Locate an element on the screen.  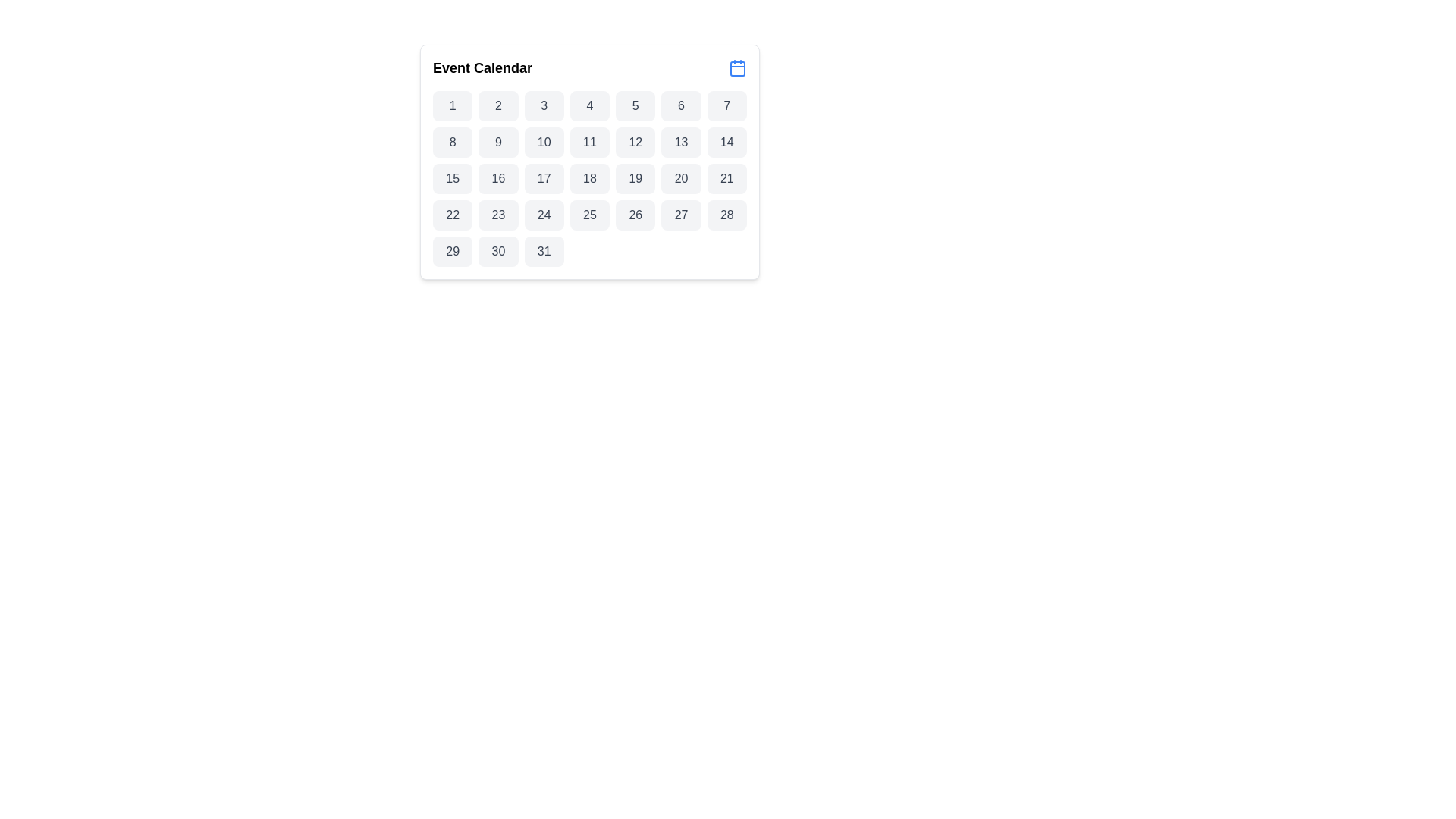
the selectable date button representing the date '8' in the calendar interface is located at coordinates (452, 143).